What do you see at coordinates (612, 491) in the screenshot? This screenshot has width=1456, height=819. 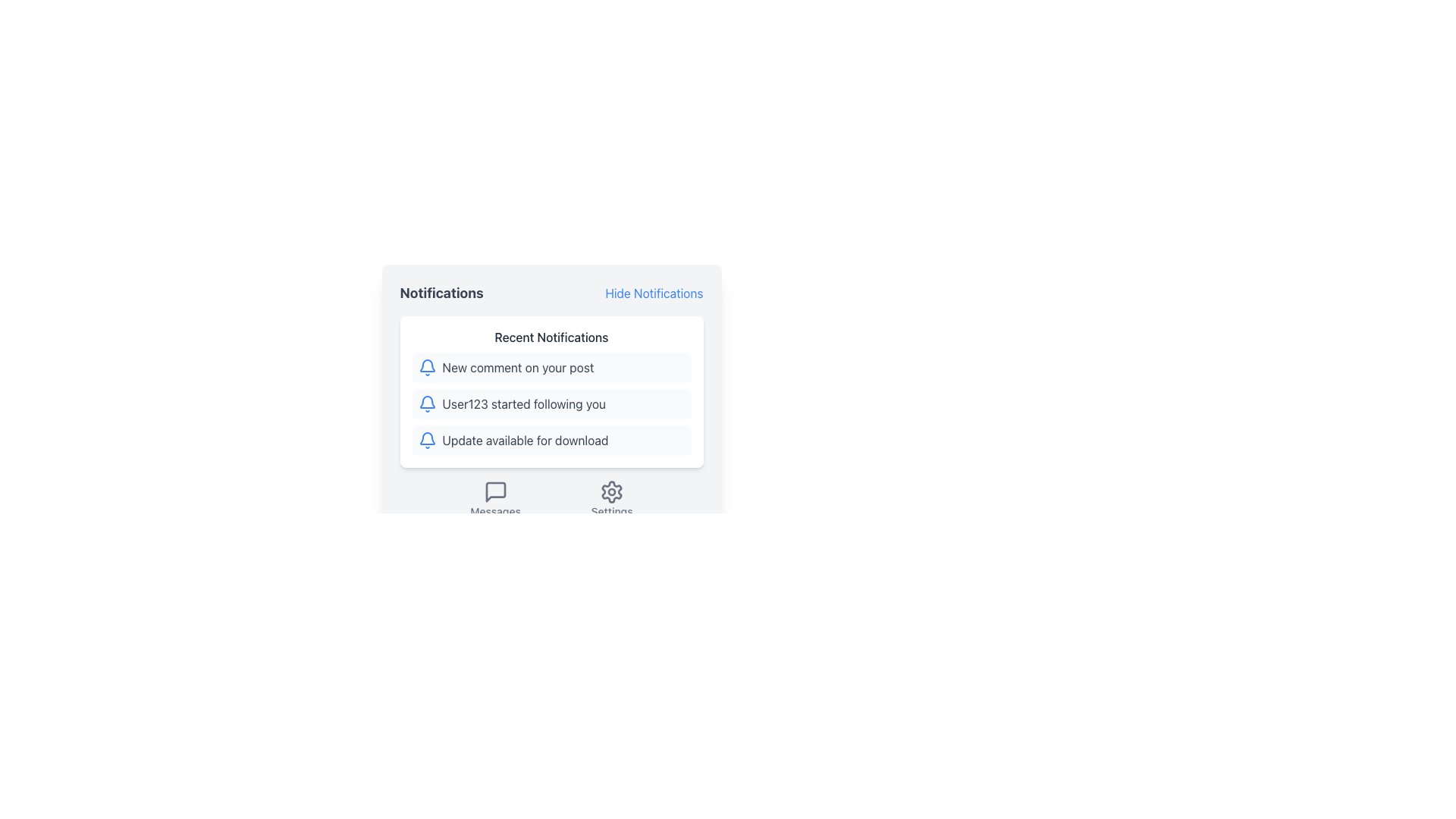 I see `the settings icon located in the bottom-right corner of the notifications interface` at bounding box center [612, 491].